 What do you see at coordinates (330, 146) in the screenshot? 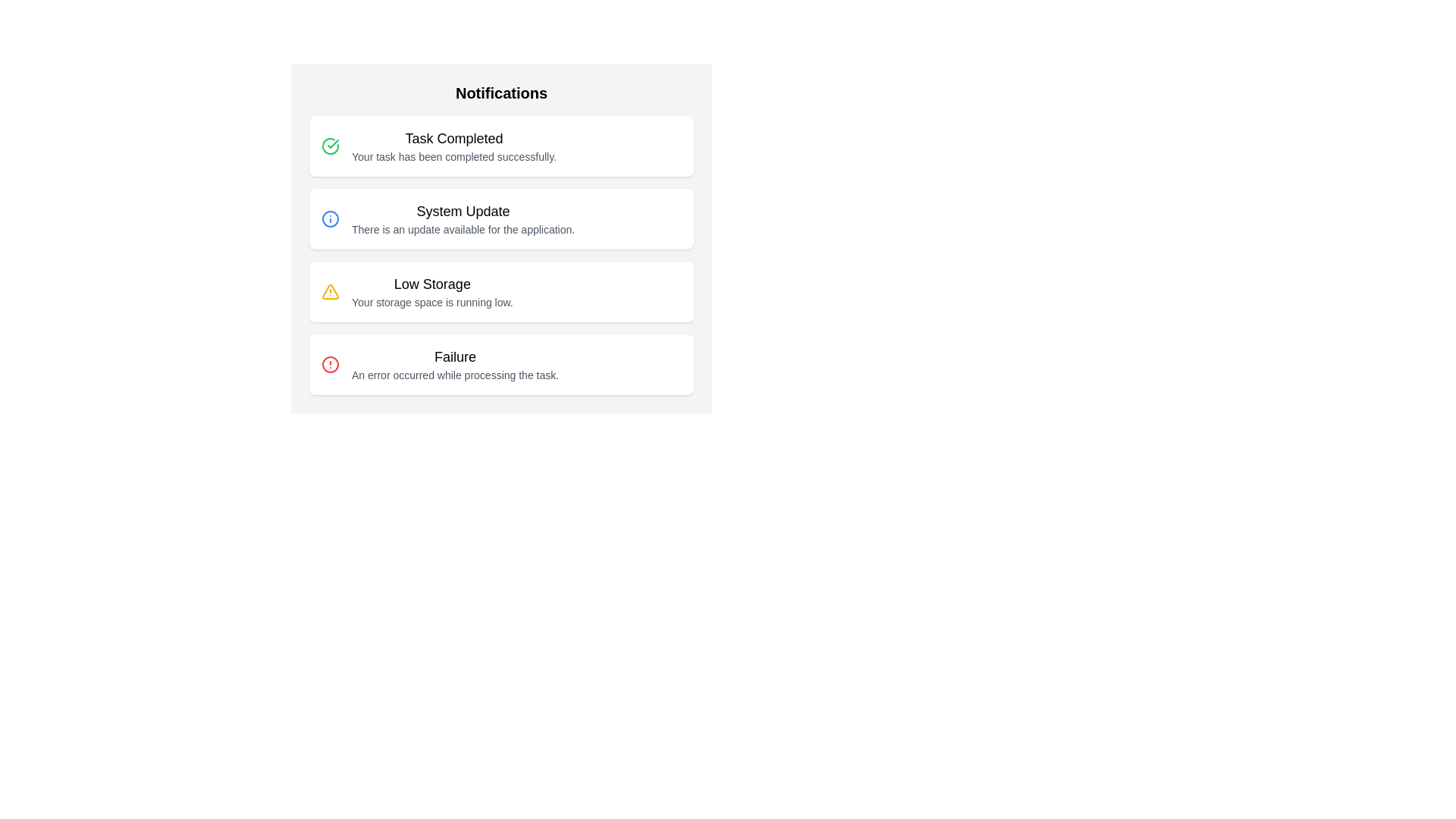
I see `the completion icon located to the left of the 'Task Completed' text within the notification card` at bounding box center [330, 146].